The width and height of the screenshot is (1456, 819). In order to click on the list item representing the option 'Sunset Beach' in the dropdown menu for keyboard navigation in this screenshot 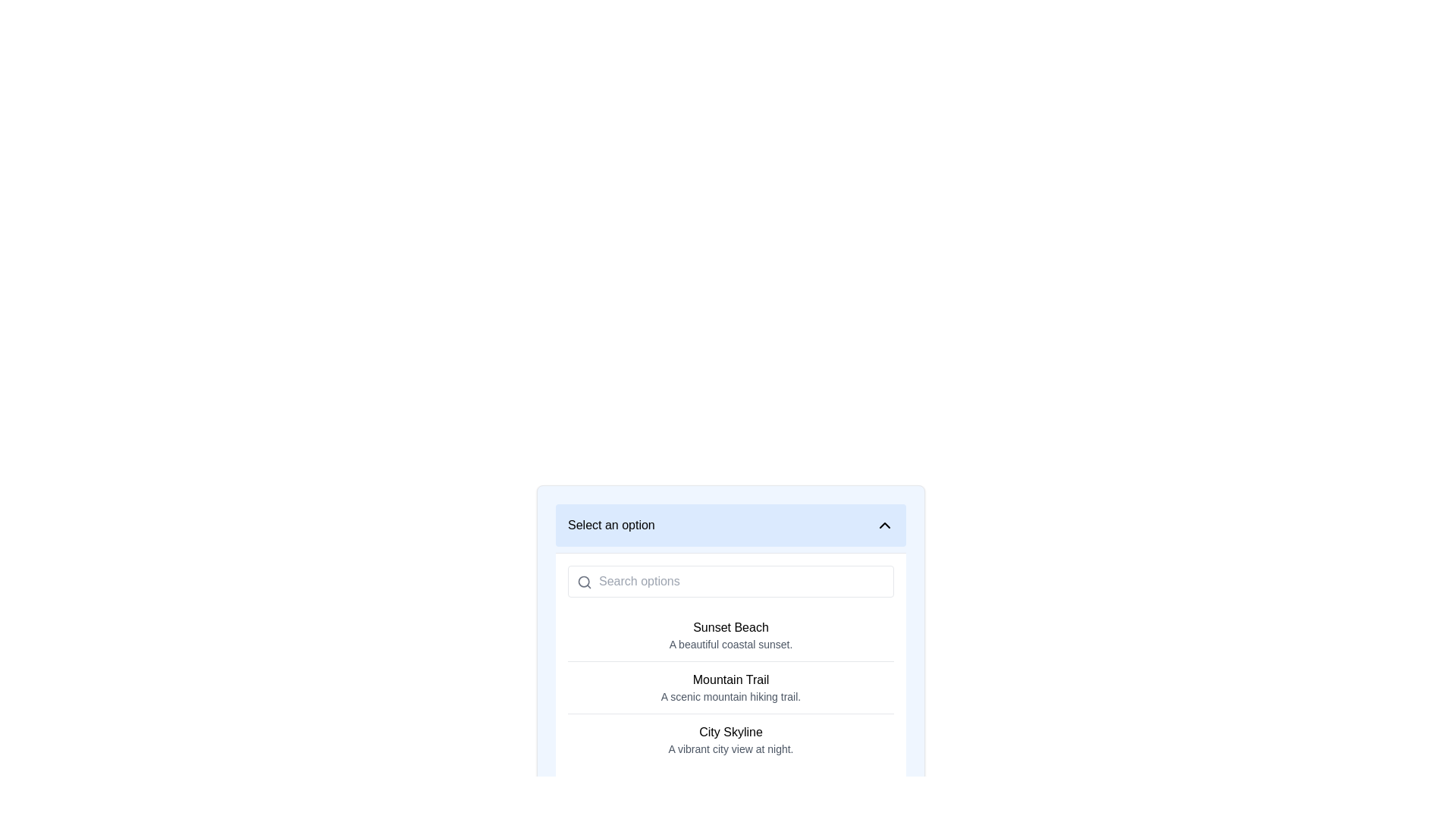, I will do `click(731, 635)`.